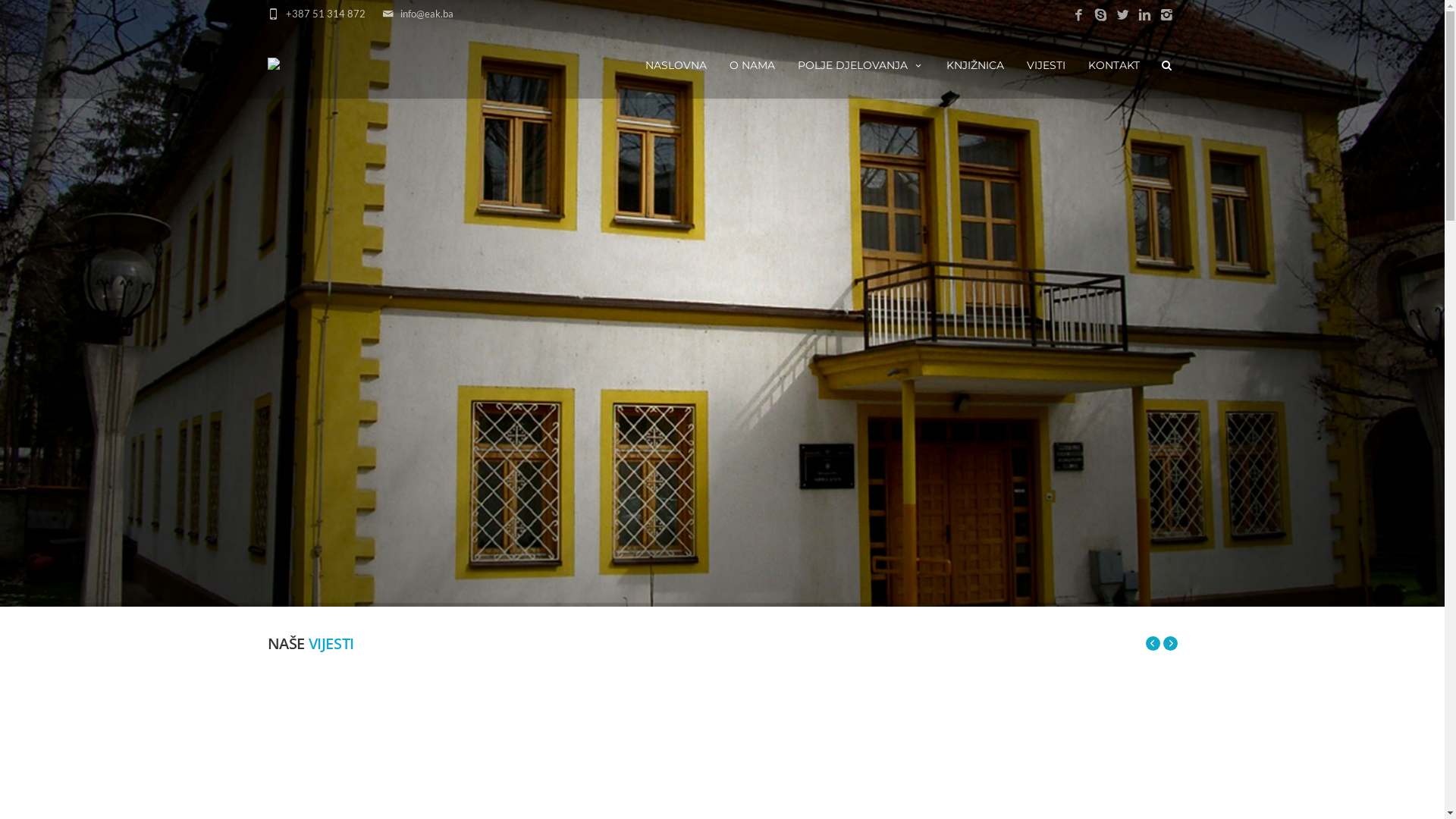 The height and width of the screenshot is (819, 1456). What do you see at coordinates (1113, 63) in the screenshot?
I see `'KONTAKT'` at bounding box center [1113, 63].